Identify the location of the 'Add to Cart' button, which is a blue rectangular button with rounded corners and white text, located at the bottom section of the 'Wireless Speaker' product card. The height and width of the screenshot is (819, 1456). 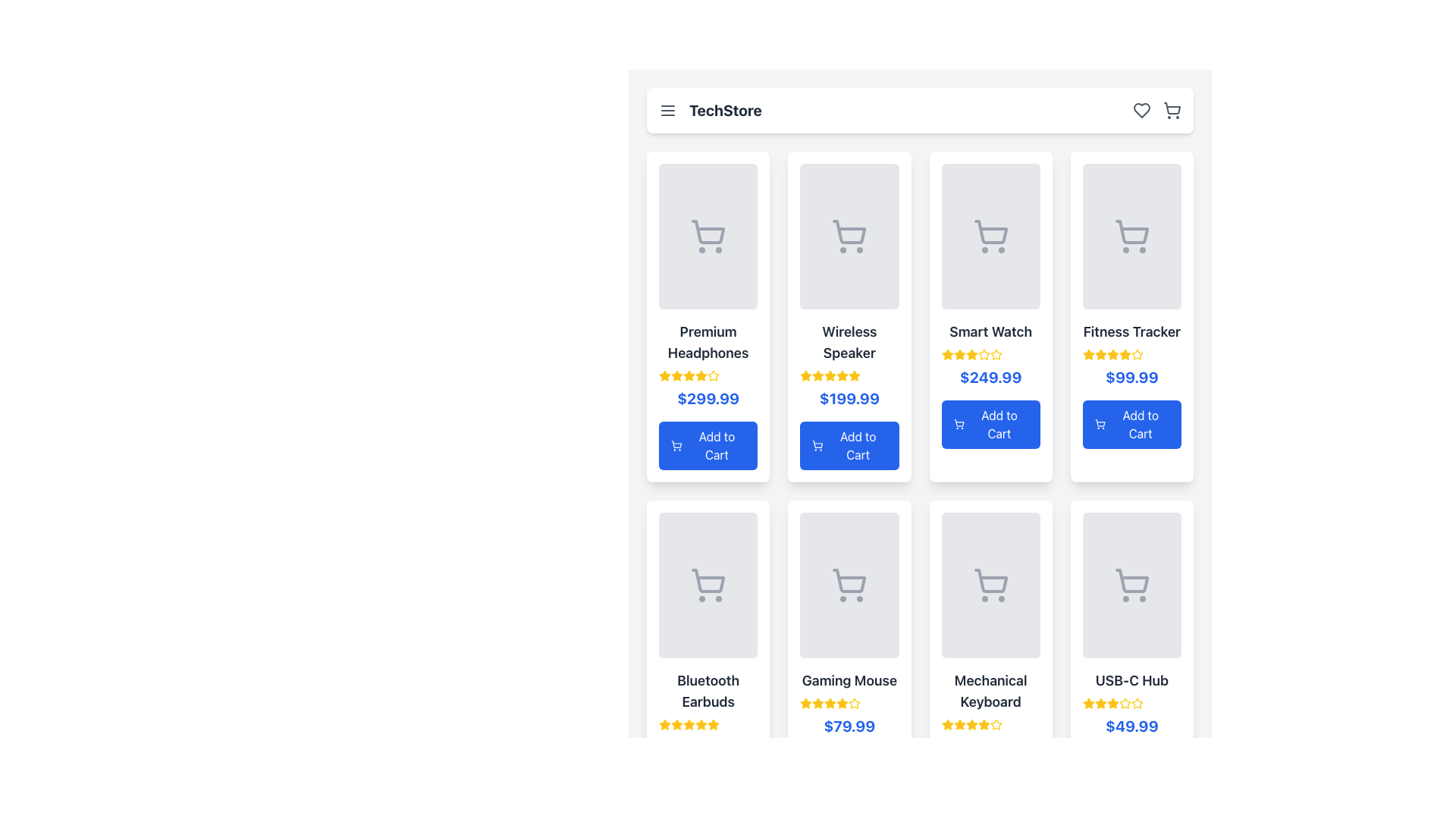
(849, 444).